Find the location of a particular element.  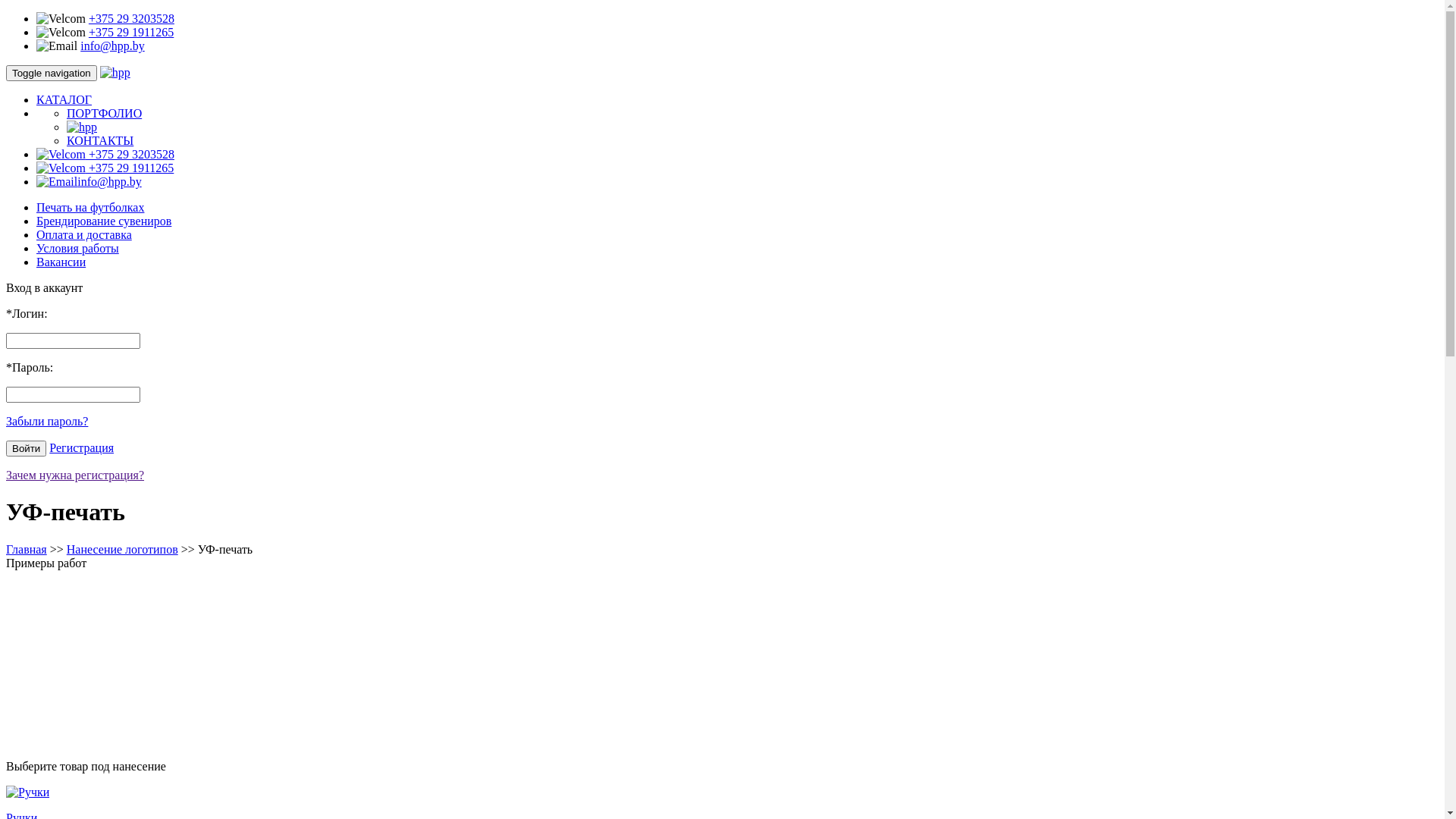

'+375 29 1911265' is located at coordinates (130, 32).